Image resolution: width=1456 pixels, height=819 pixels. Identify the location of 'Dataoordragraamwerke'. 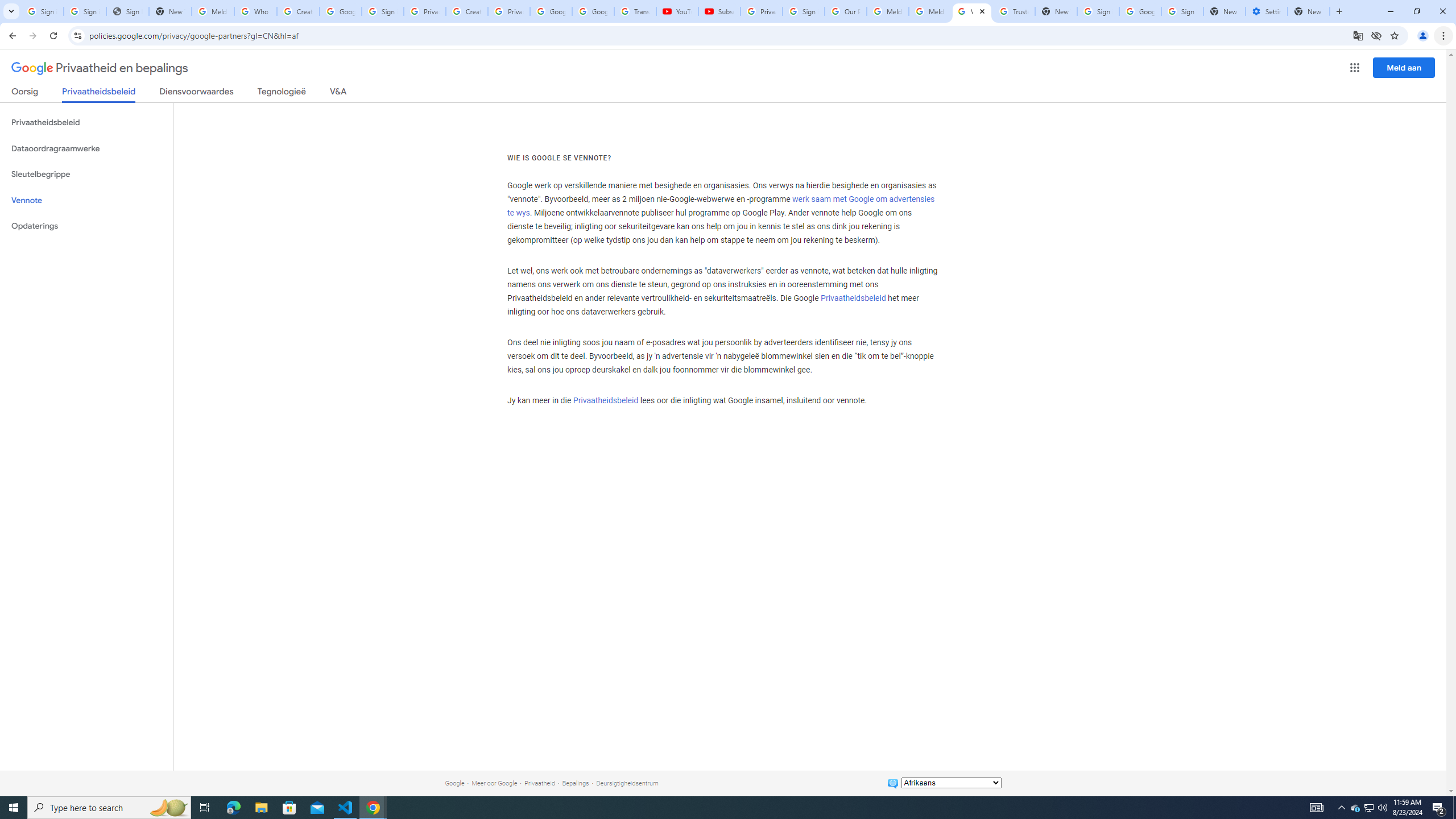
(86, 148).